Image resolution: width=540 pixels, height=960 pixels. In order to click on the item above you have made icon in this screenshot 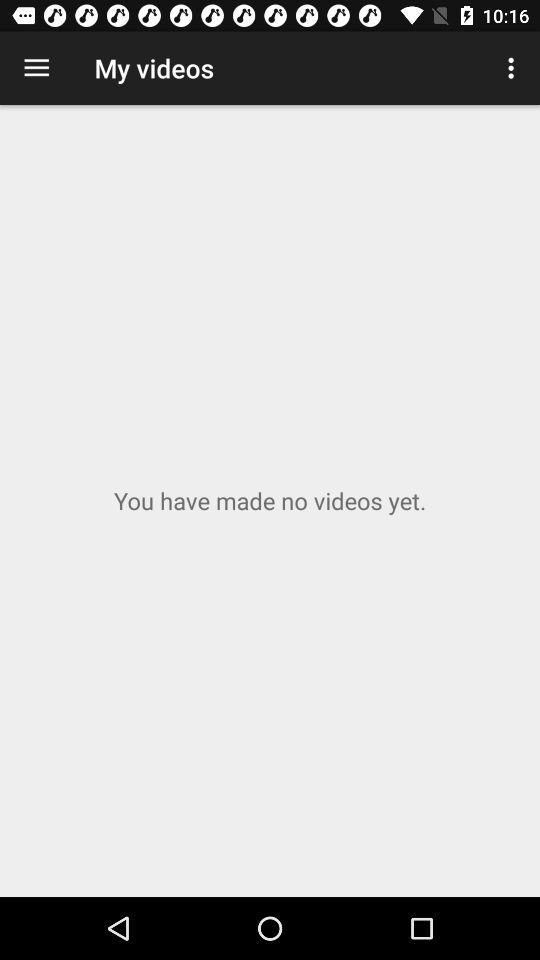, I will do `click(36, 68)`.